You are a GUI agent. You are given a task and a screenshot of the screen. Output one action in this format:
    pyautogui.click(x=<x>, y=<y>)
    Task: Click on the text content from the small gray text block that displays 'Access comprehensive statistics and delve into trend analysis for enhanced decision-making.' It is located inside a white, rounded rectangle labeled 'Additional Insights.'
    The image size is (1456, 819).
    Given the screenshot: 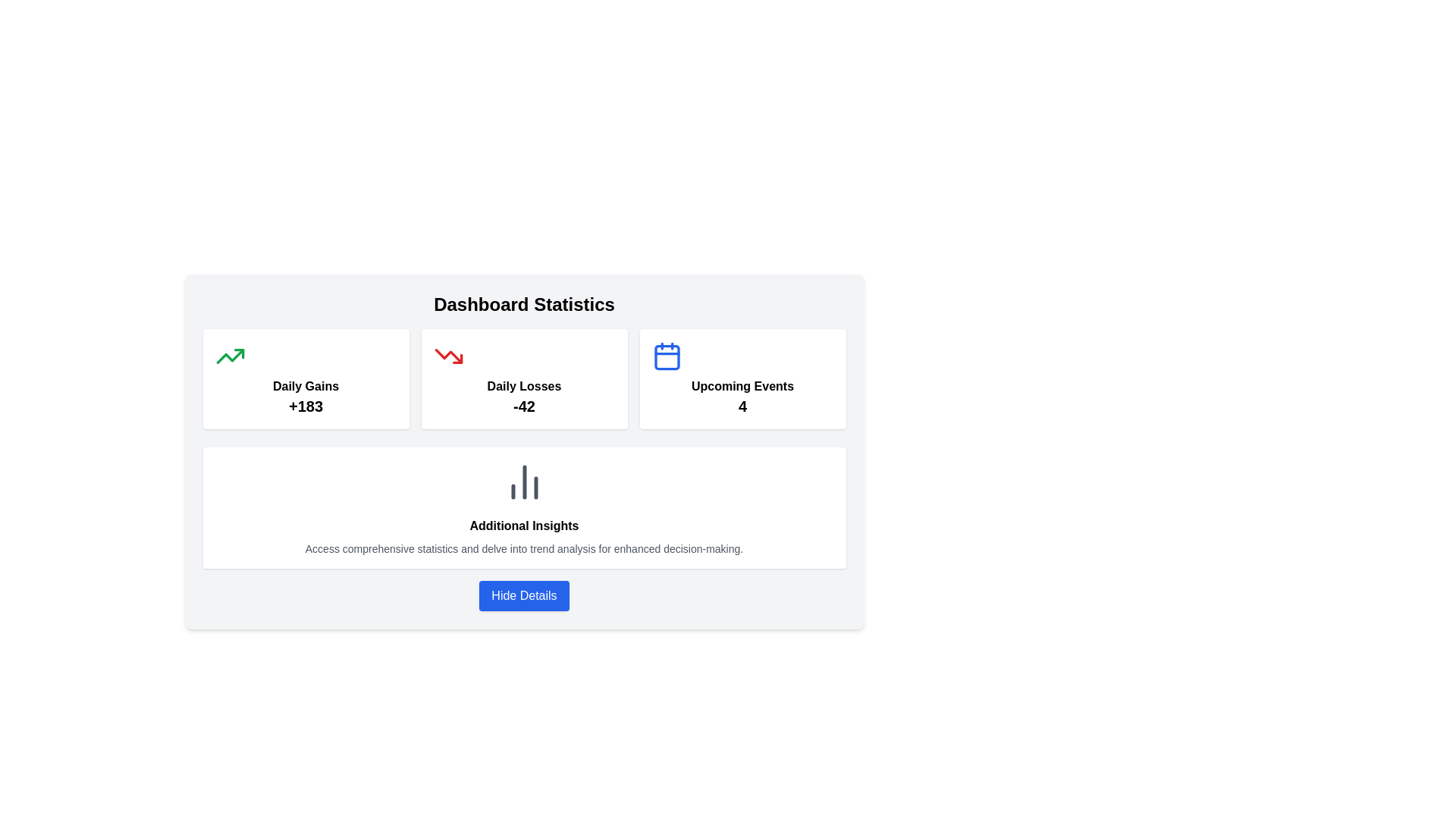 What is the action you would take?
    pyautogui.click(x=524, y=549)
    